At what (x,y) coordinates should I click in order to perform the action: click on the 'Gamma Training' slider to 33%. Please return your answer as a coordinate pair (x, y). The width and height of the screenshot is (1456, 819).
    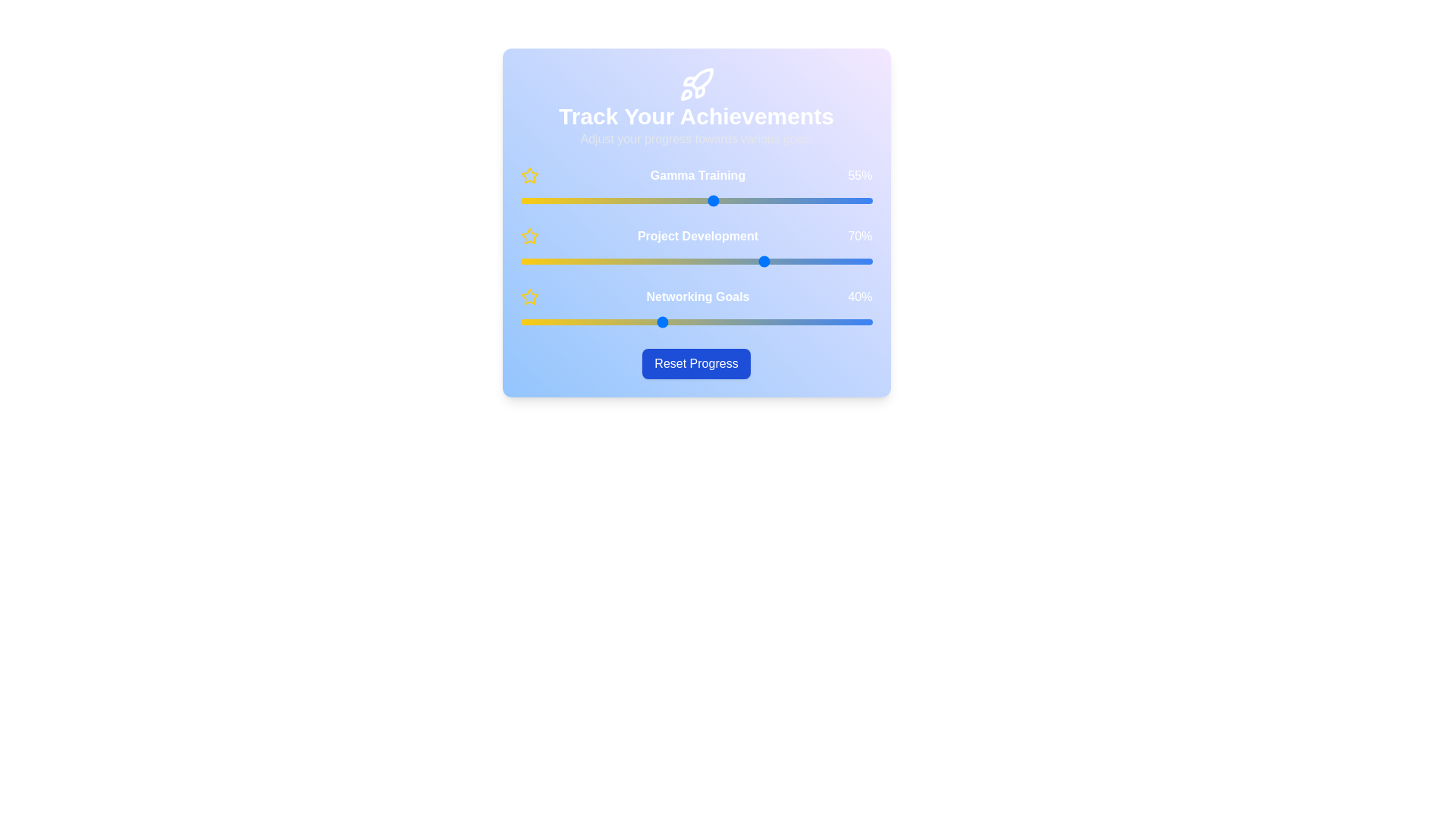
    Looking at the image, I should click on (636, 200).